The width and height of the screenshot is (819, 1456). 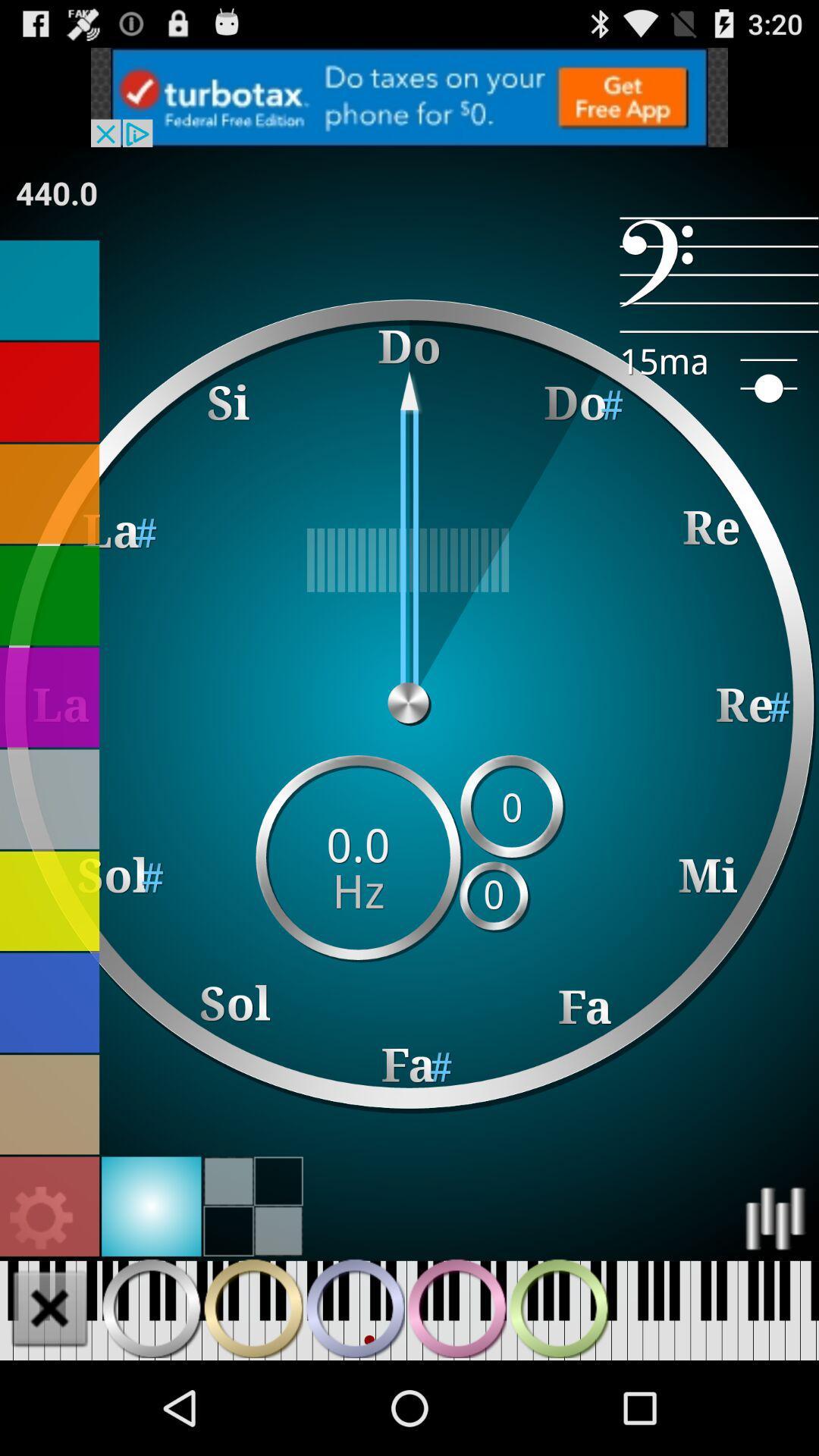 I want to click on change background to blue, so click(x=49, y=1003).